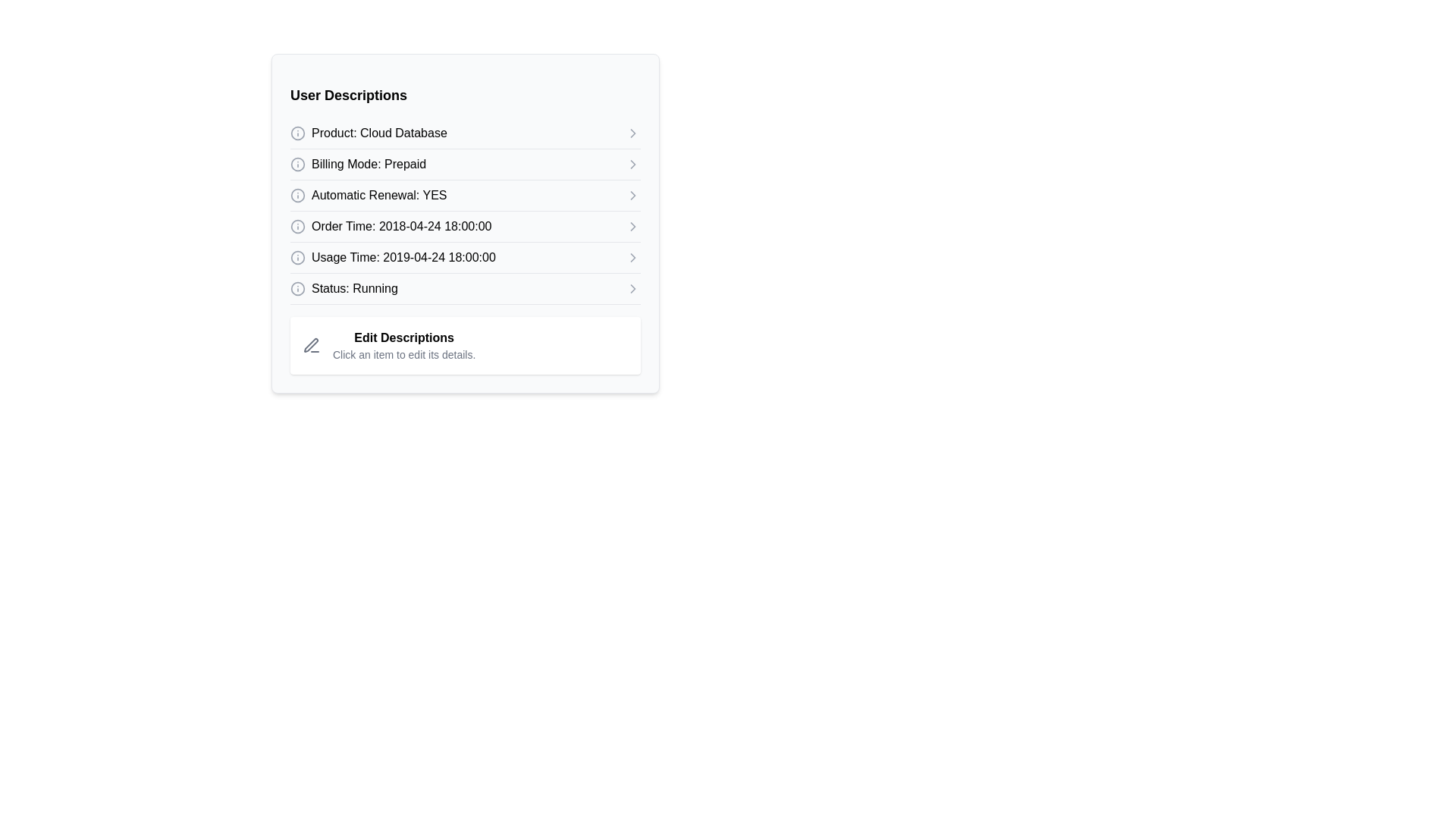 The height and width of the screenshot is (819, 1456). I want to click on the rightward-pointing Chevron icon that indicates expandable content, located next to the 'Usage Time: 2019-04-24 18:00:00' row, so click(633, 256).